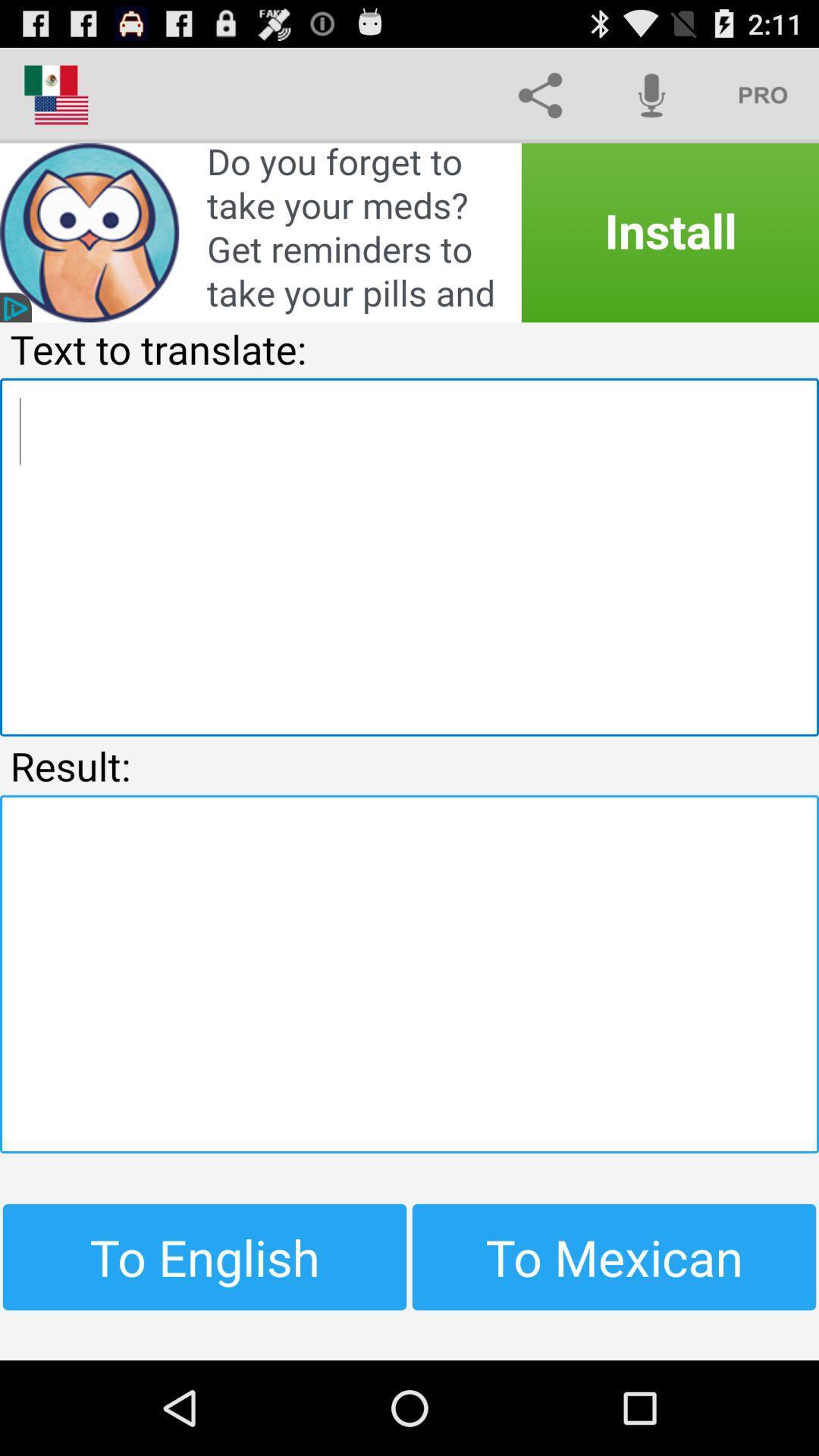 The height and width of the screenshot is (1456, 819). Describe the element at coordinates (409, 974) in the screenshot. I see `the item below result: icon` at that location.